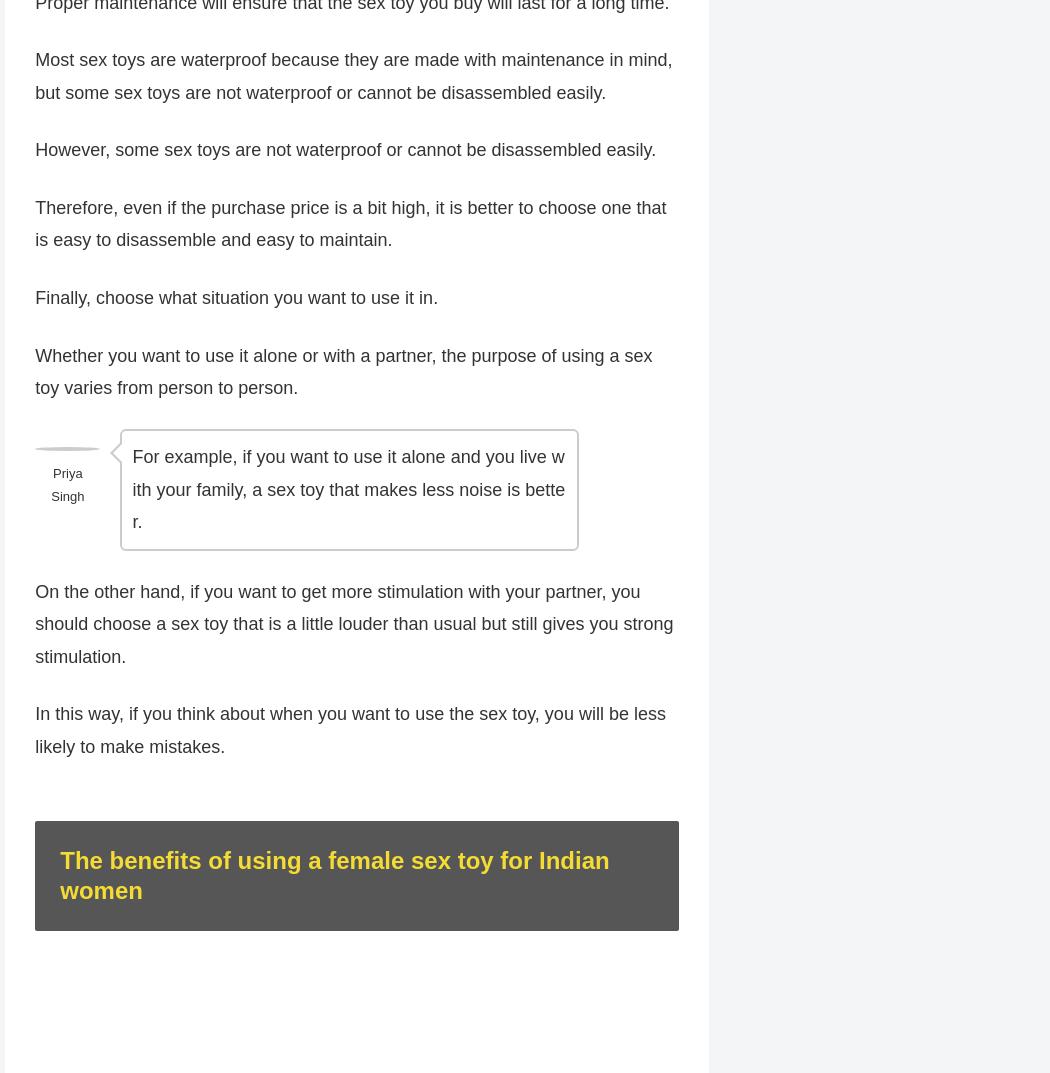 This screenshot has width=1050, height=1073. I want to click on 'However, some sex toys are not waterproof or cannot be disassembled easily.', so click(344, 151).